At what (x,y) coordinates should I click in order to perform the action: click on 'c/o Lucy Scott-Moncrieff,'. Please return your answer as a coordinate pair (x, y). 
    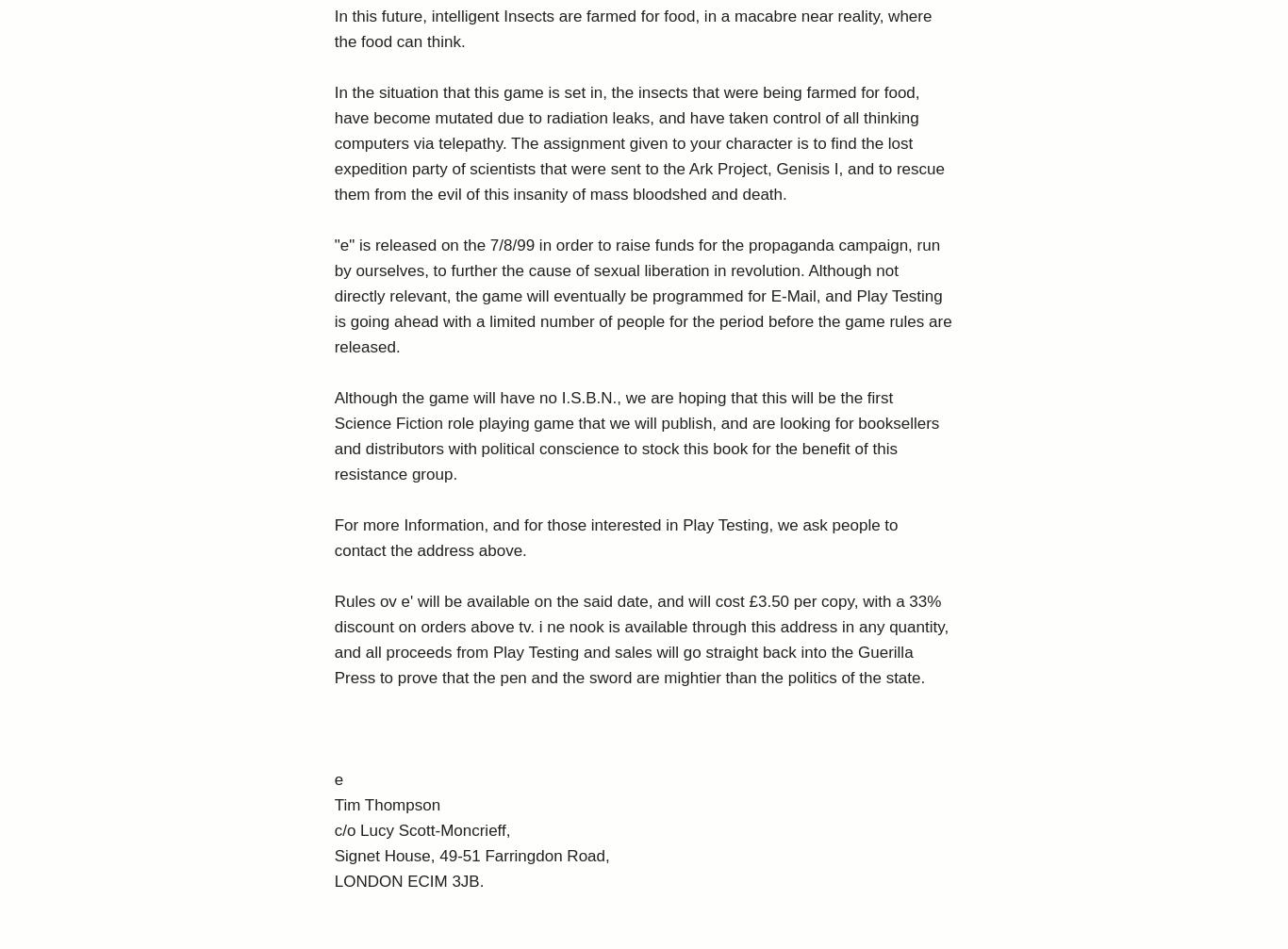
    Looking at the image, I should click on (421, 829).